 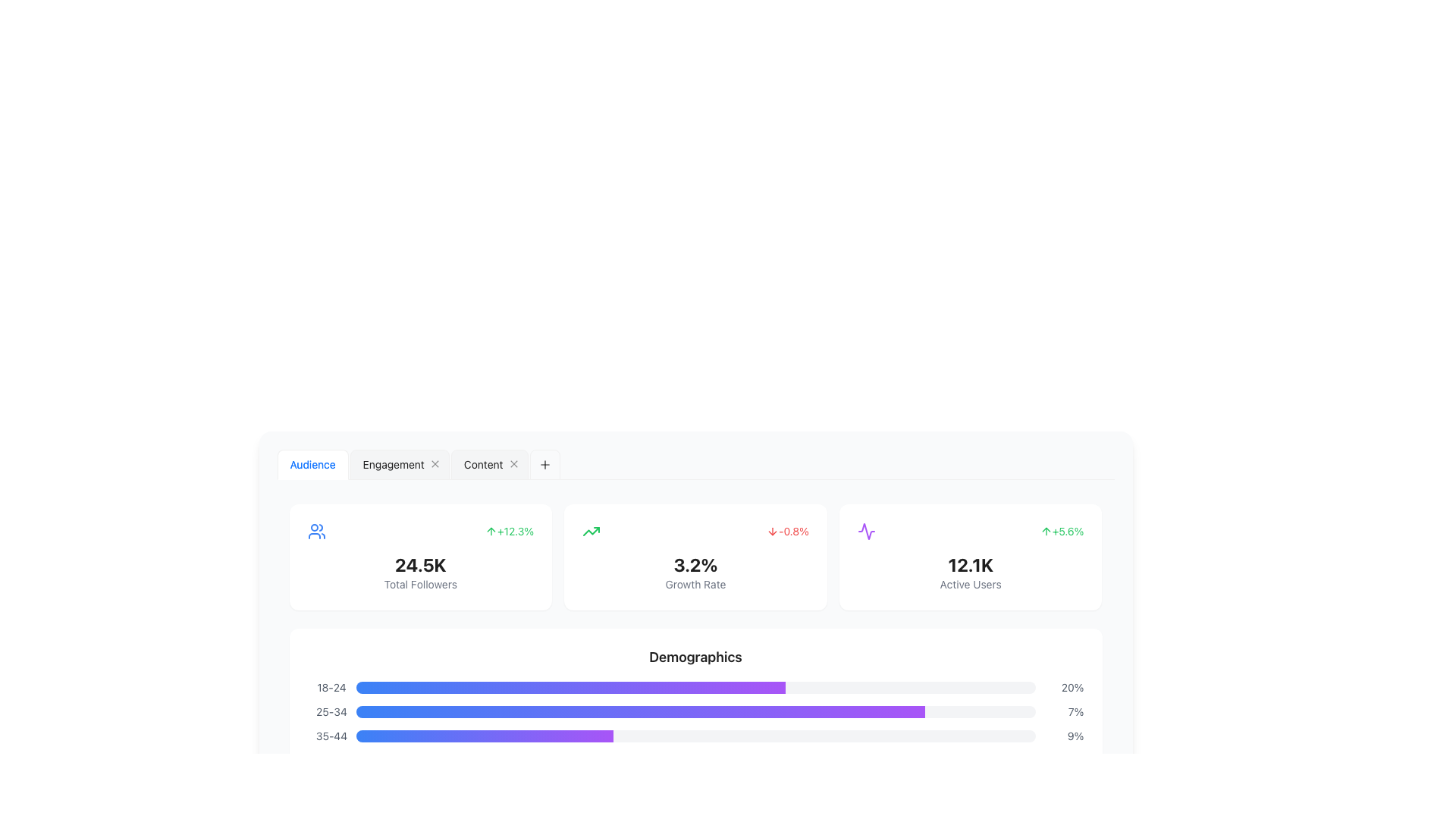 What do you see at coordinates (544, 463) in the screenshot?
I see `the icon located at the end of the horizontal tab navigation strip` at bounding box center [544, 463].